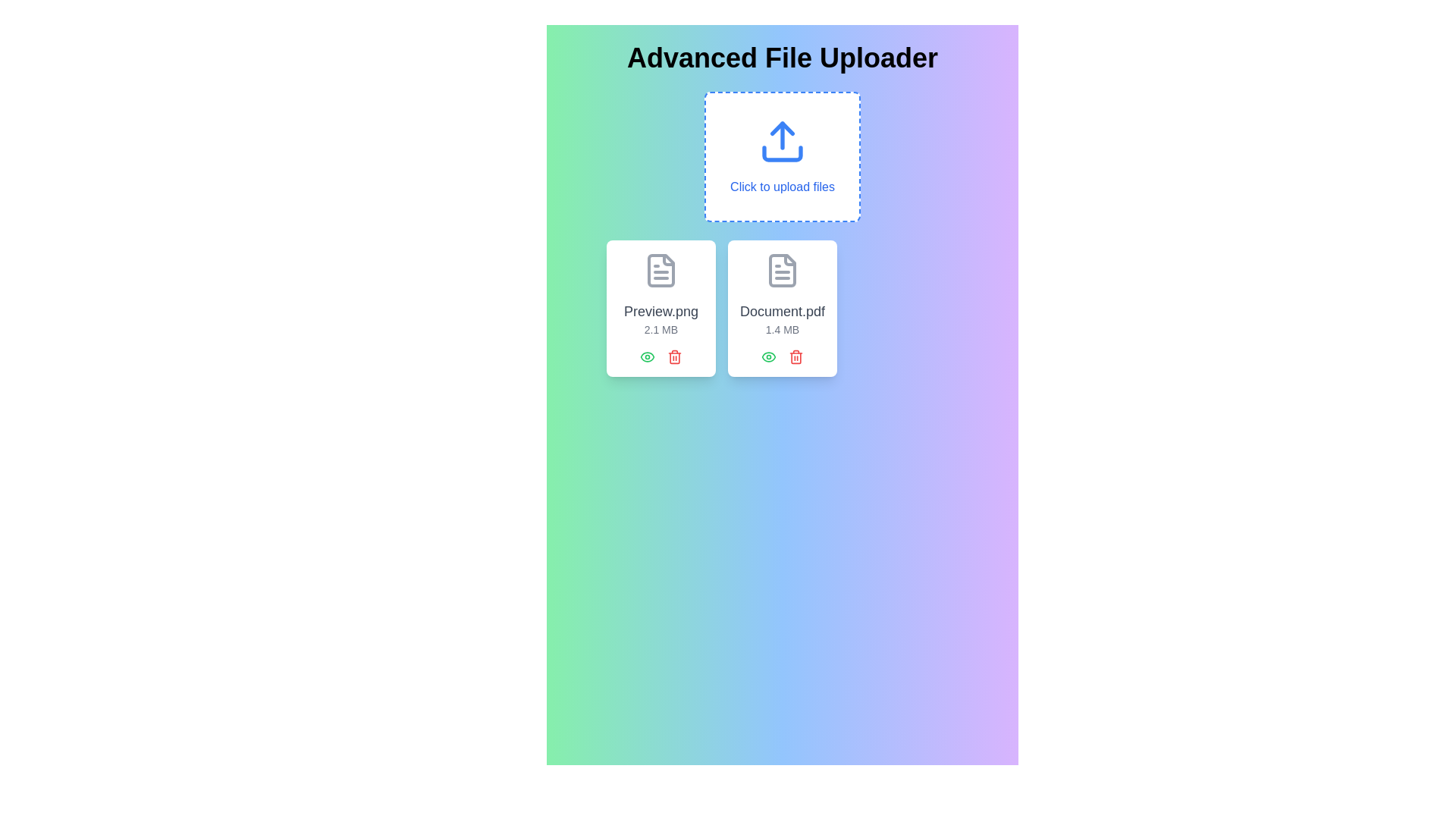  What do you see at coordinates (783, 157) in the screenshot?
I see `the Interactive click area for file selection located centrally underneath the title 'Advanced File Uploader' by moving the cursor to its center point` at bounding box center [783, 157].